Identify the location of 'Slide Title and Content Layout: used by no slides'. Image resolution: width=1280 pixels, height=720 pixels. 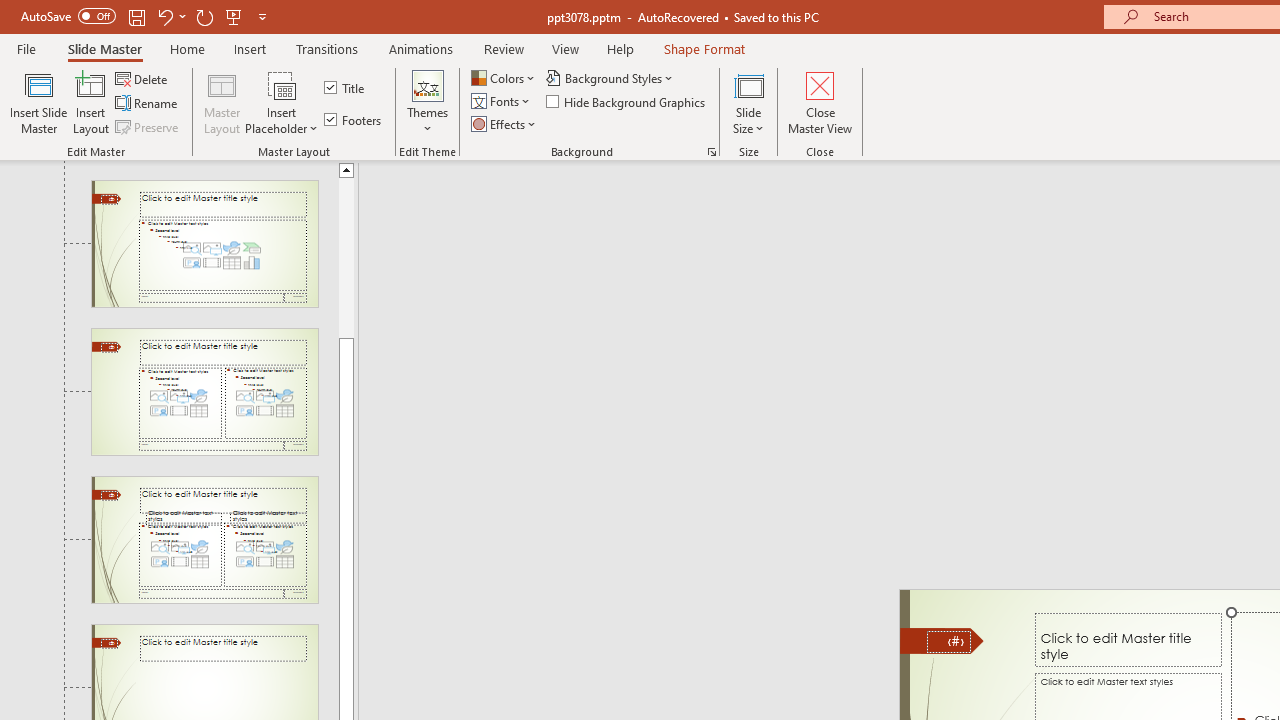
(204, 242).